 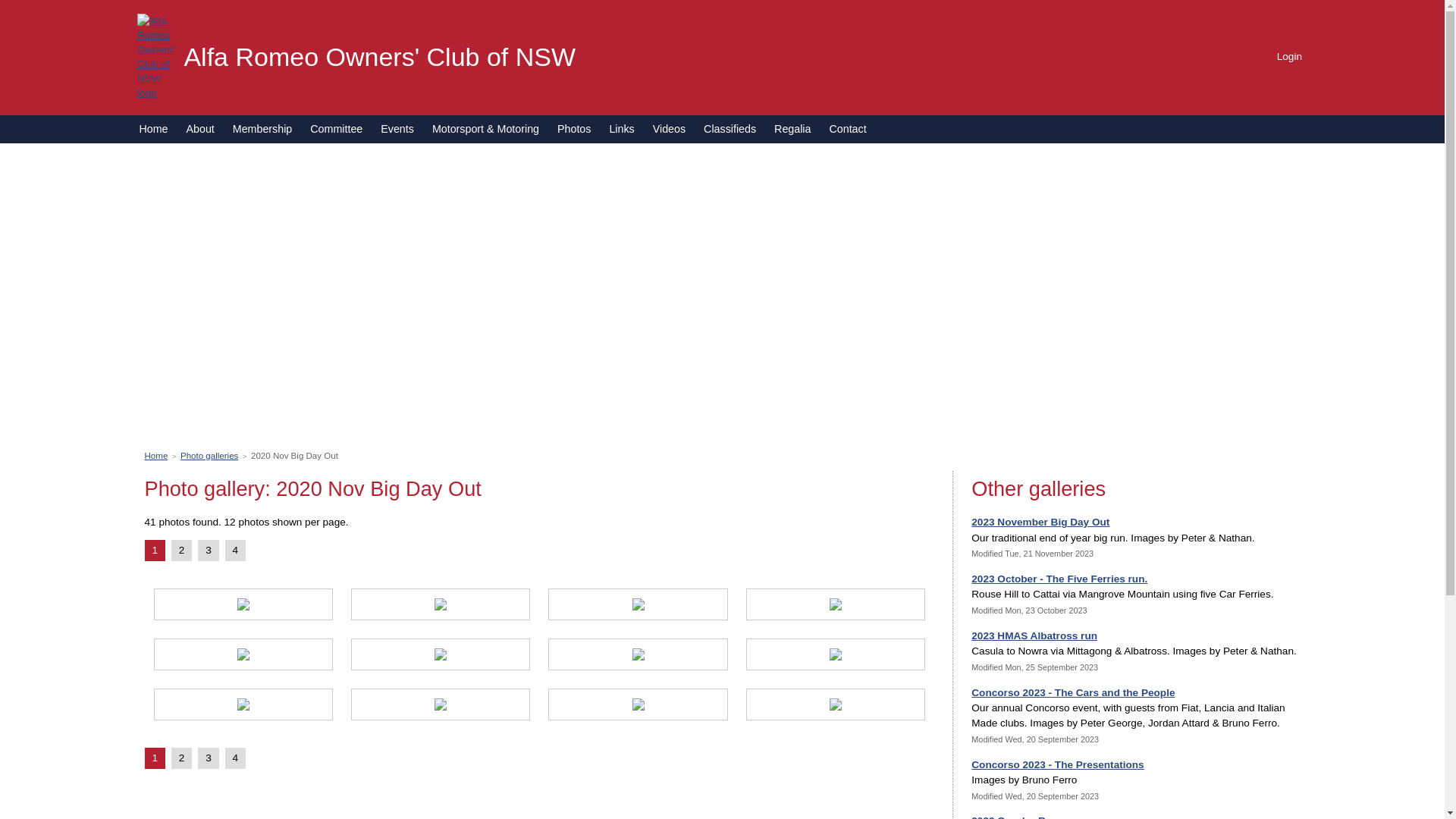 What do you see at coordinates (485, 127) in the screenshot?
I see `'Motorsport & Motoring'` at bounding box center [485, 127].